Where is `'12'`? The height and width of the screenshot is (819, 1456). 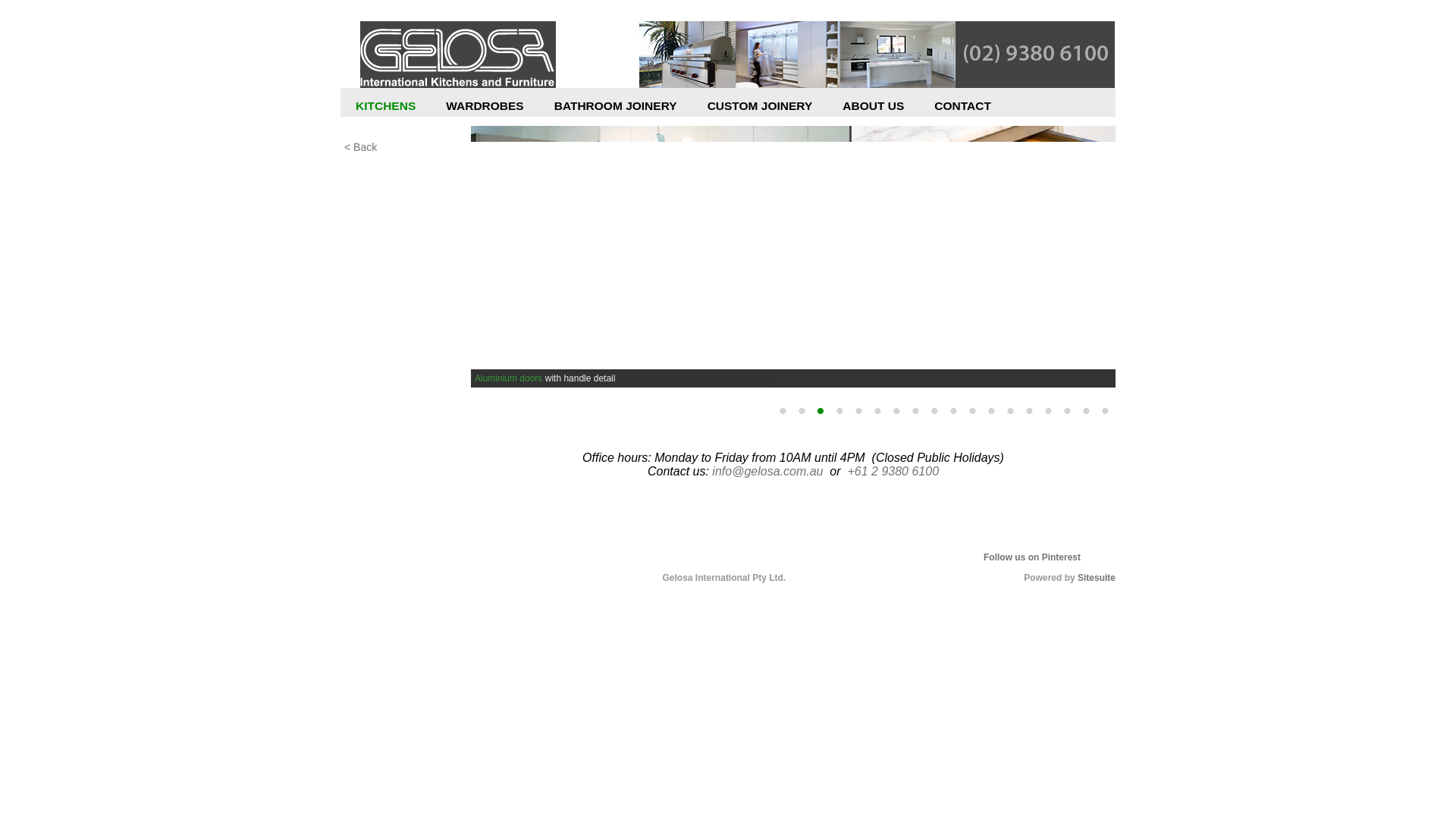 '12' is located at coordinates (990, 411).